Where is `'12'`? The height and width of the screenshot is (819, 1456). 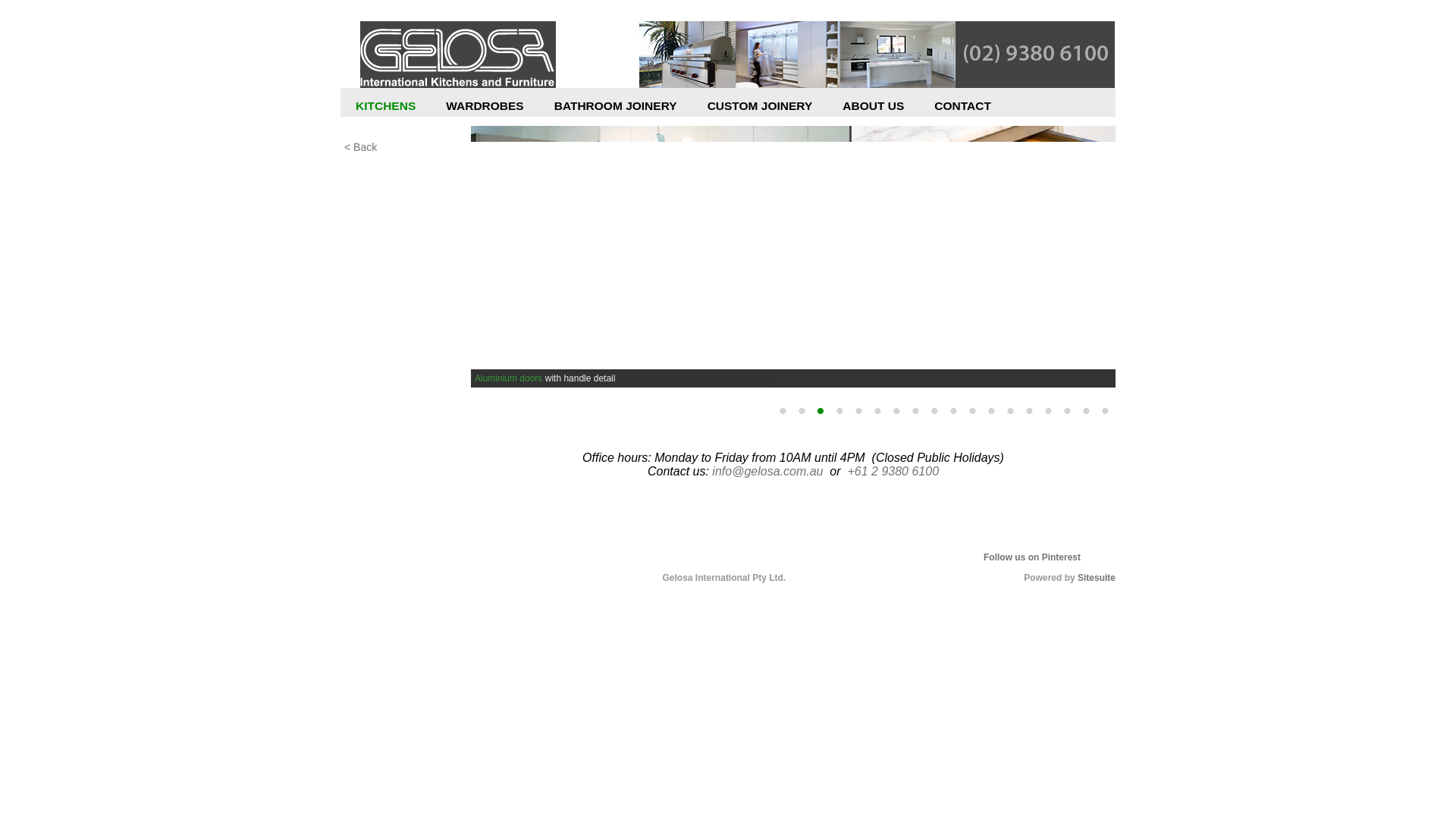 '12' is located at coordinates (990, 411).